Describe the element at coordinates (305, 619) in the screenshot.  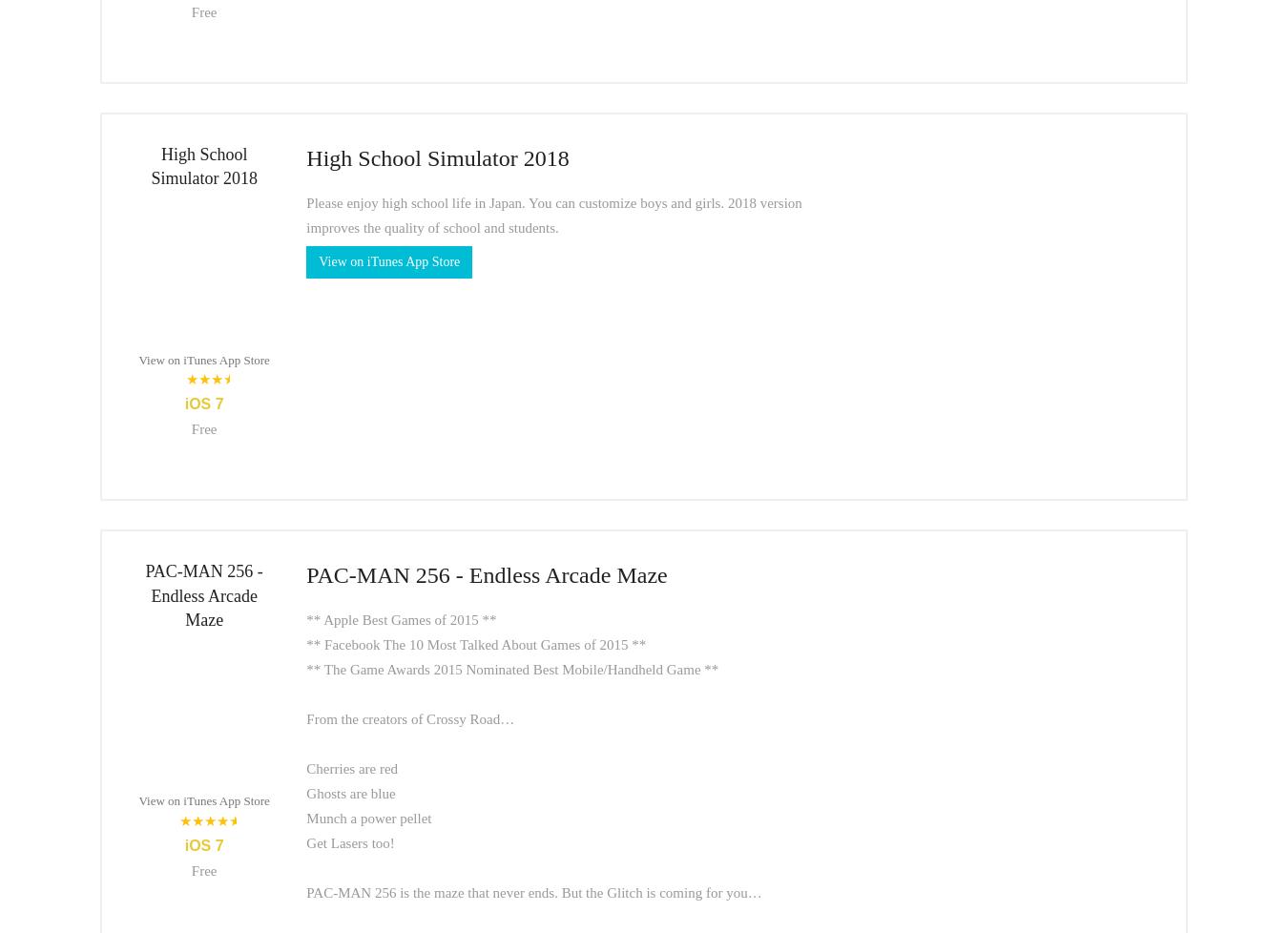
I see `'** Apple Best Games of 2015 **'` at that location.